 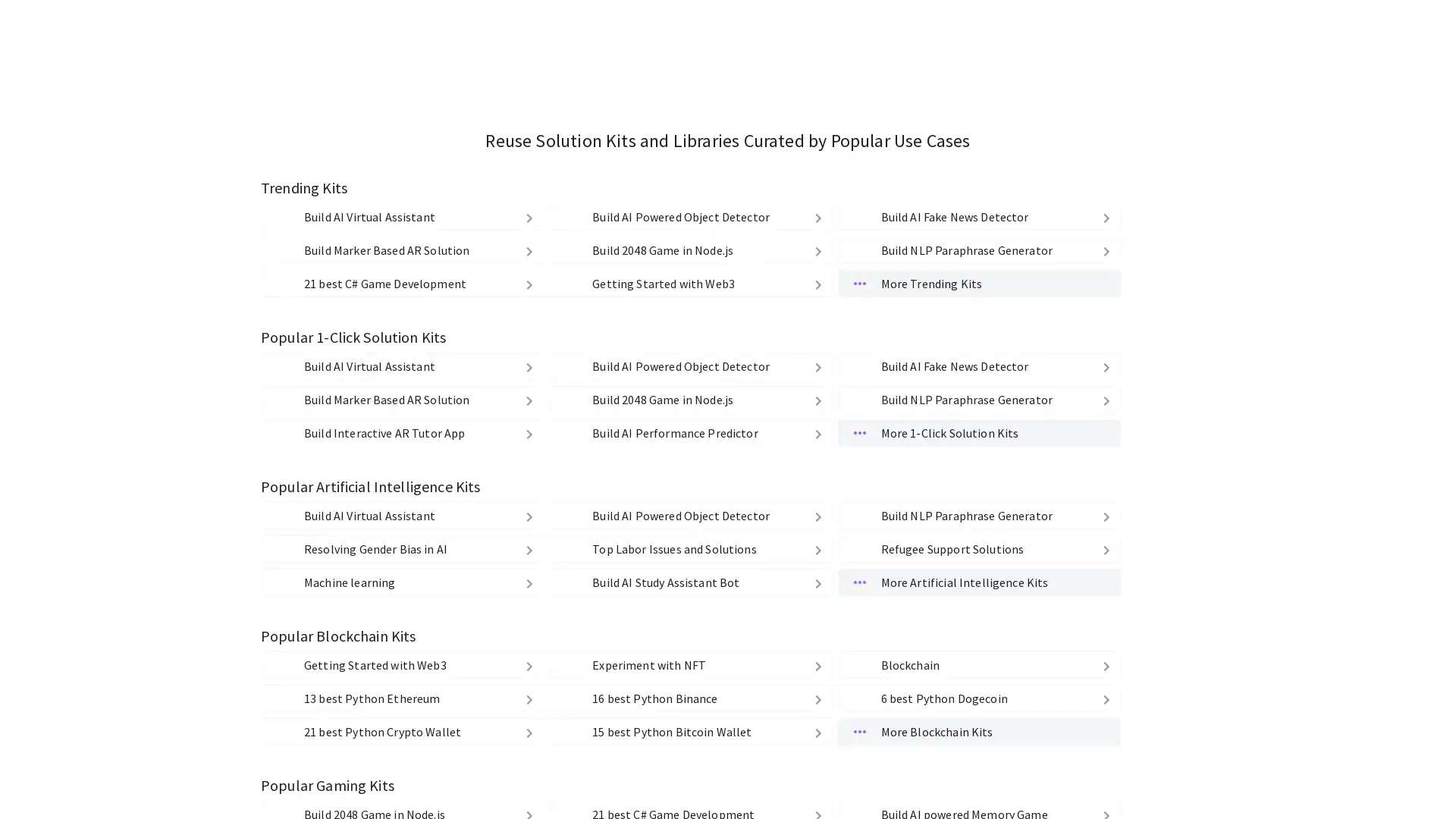 What do you see at coordinates (448, 380) in the screenshot?
I see `JavaScript JavaScript` at bounding box center [448, 380].